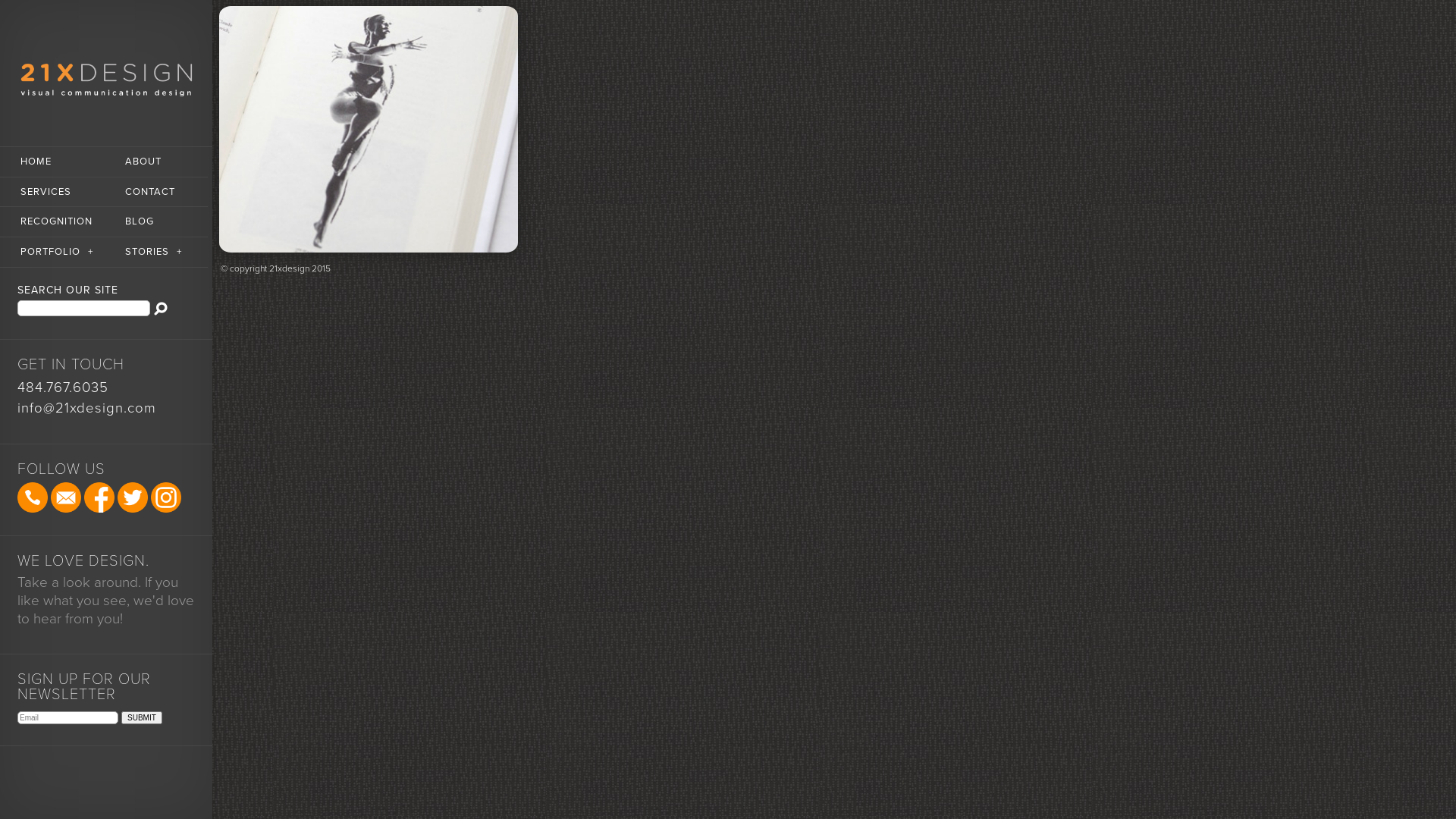 The height and width of the screenshot is (819, 1456). Describe the element at coordinates (155, 192) in the screenshot. I see `'CONTACT'` at that location.